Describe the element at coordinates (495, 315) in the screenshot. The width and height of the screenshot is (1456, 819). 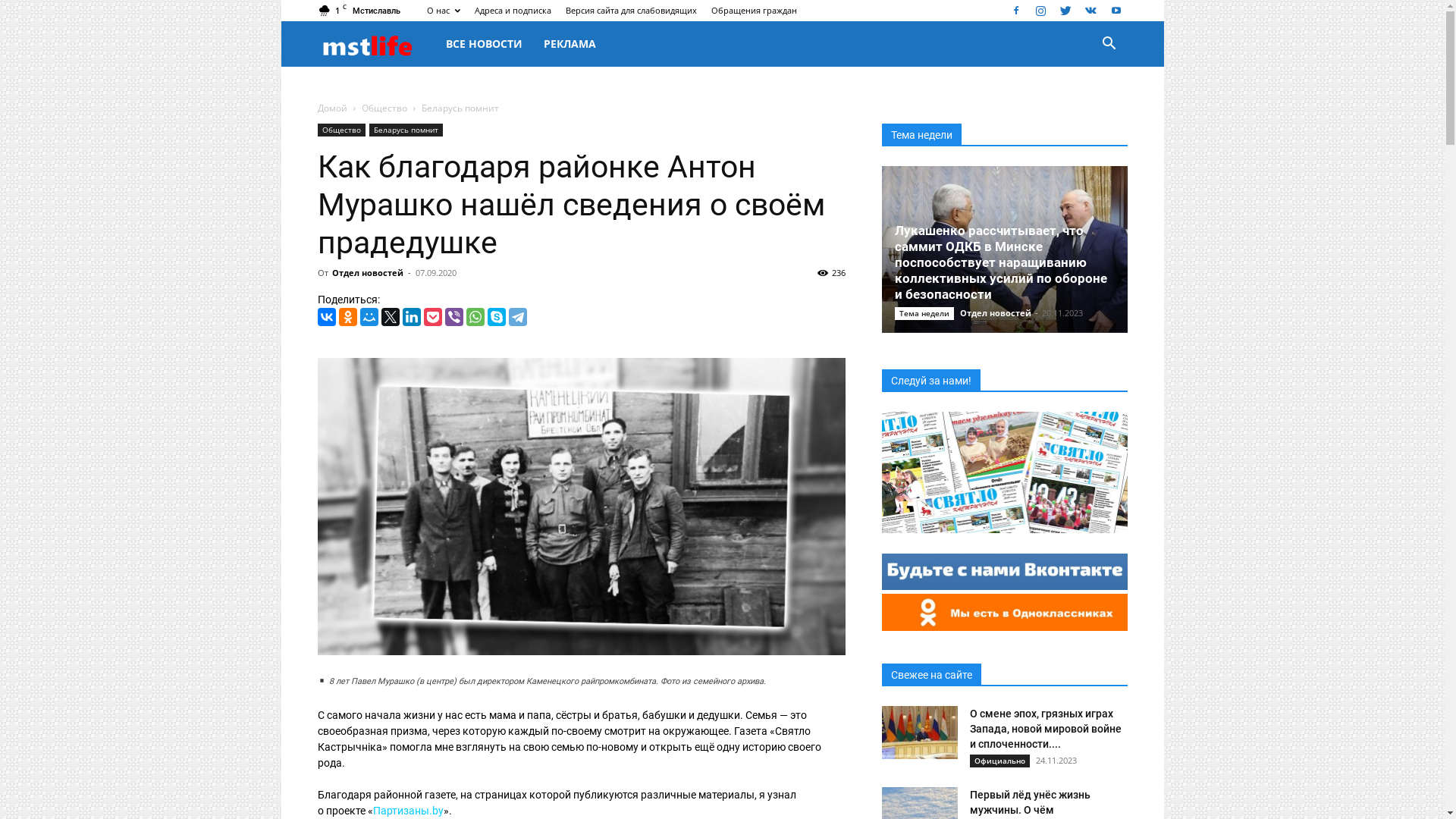
I see `'Skype'` at that location.